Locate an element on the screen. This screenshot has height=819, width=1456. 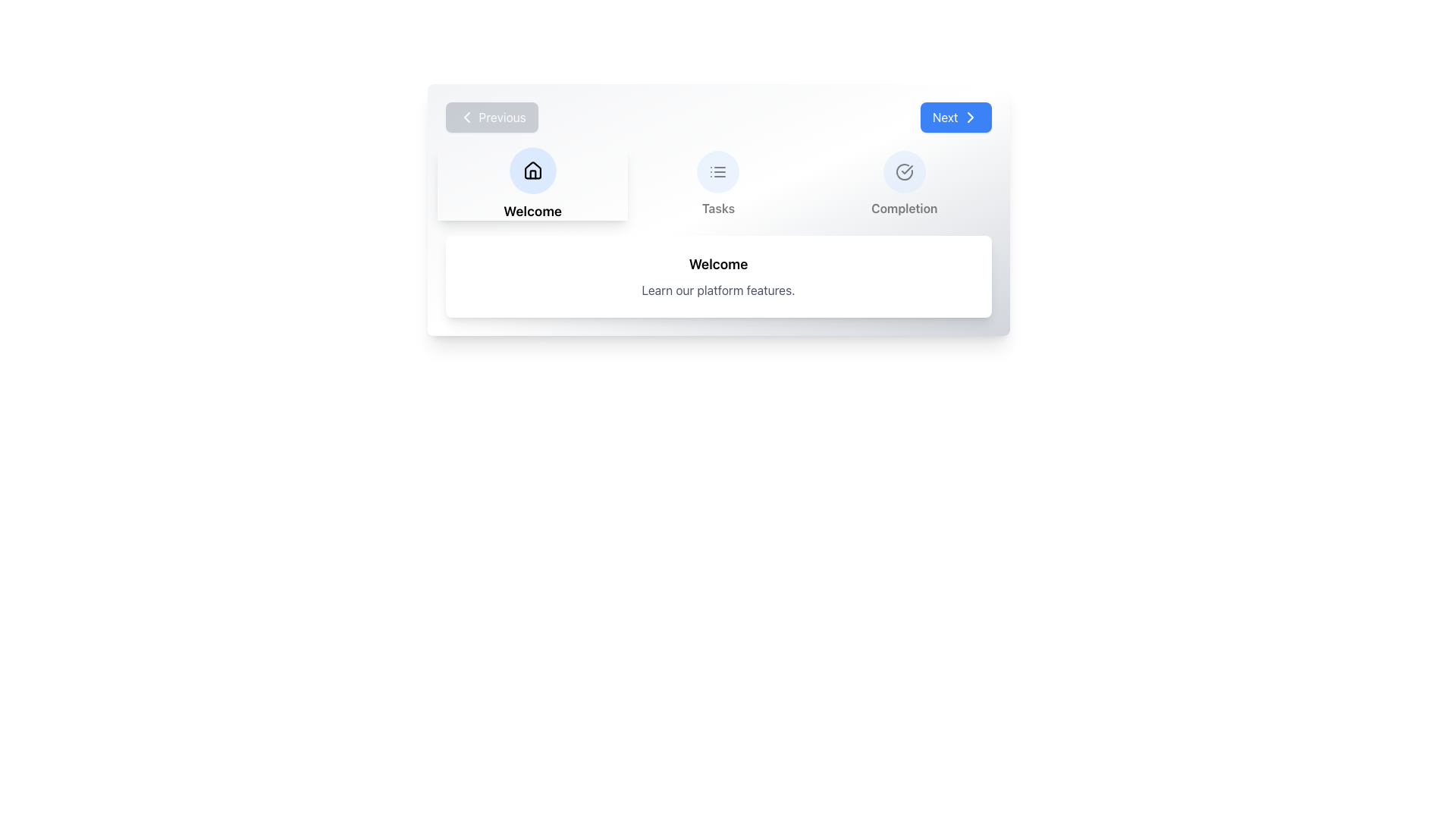
text label that describes the 'Completion' navigation item, located under the corresponding icon is located at coordinates (904, 208).